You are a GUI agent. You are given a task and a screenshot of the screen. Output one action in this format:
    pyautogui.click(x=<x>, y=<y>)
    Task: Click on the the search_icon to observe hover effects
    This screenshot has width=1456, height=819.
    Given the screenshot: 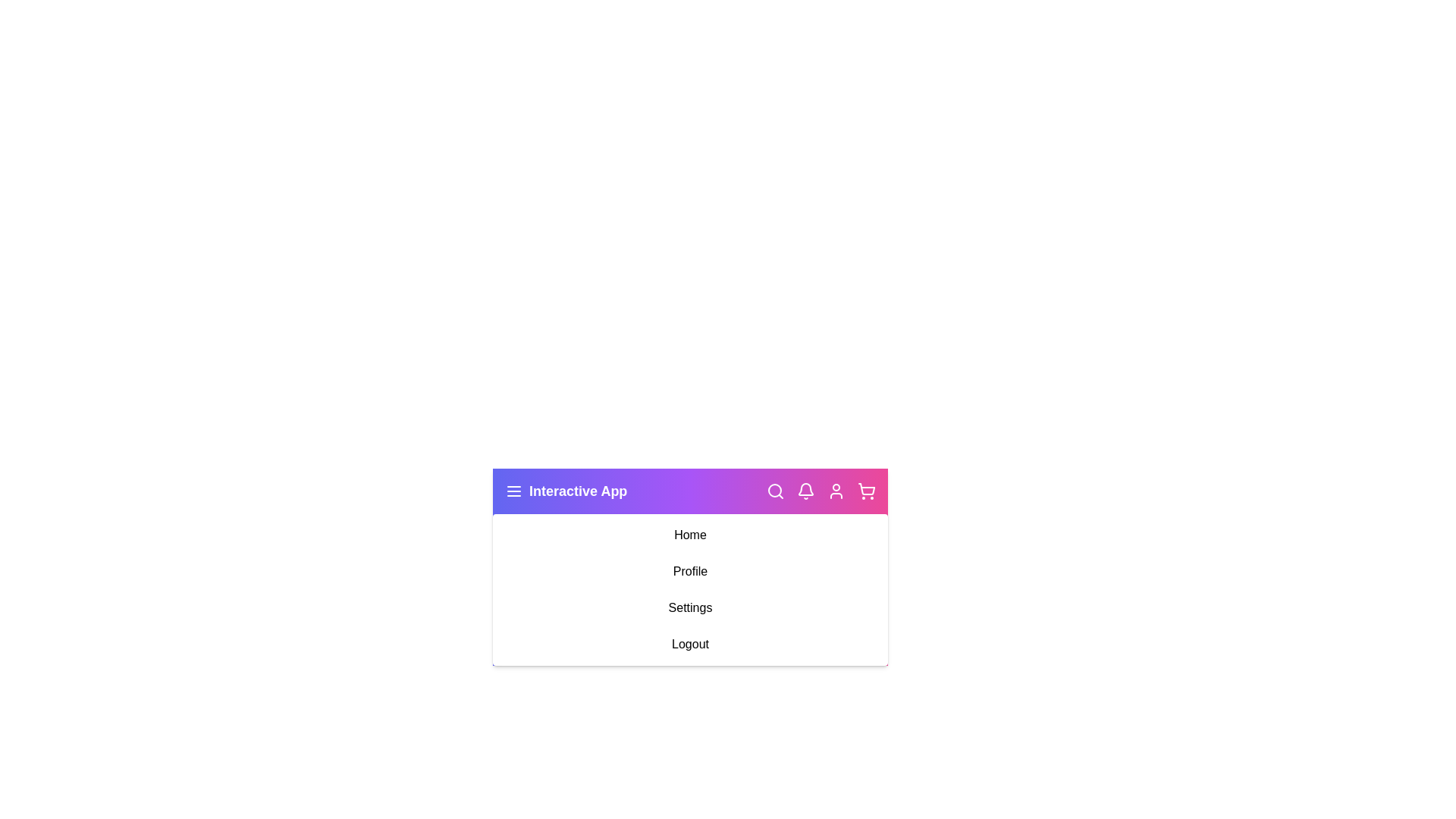 What is the action you would take?
    pyautogui.click(x=775, y=491)
    